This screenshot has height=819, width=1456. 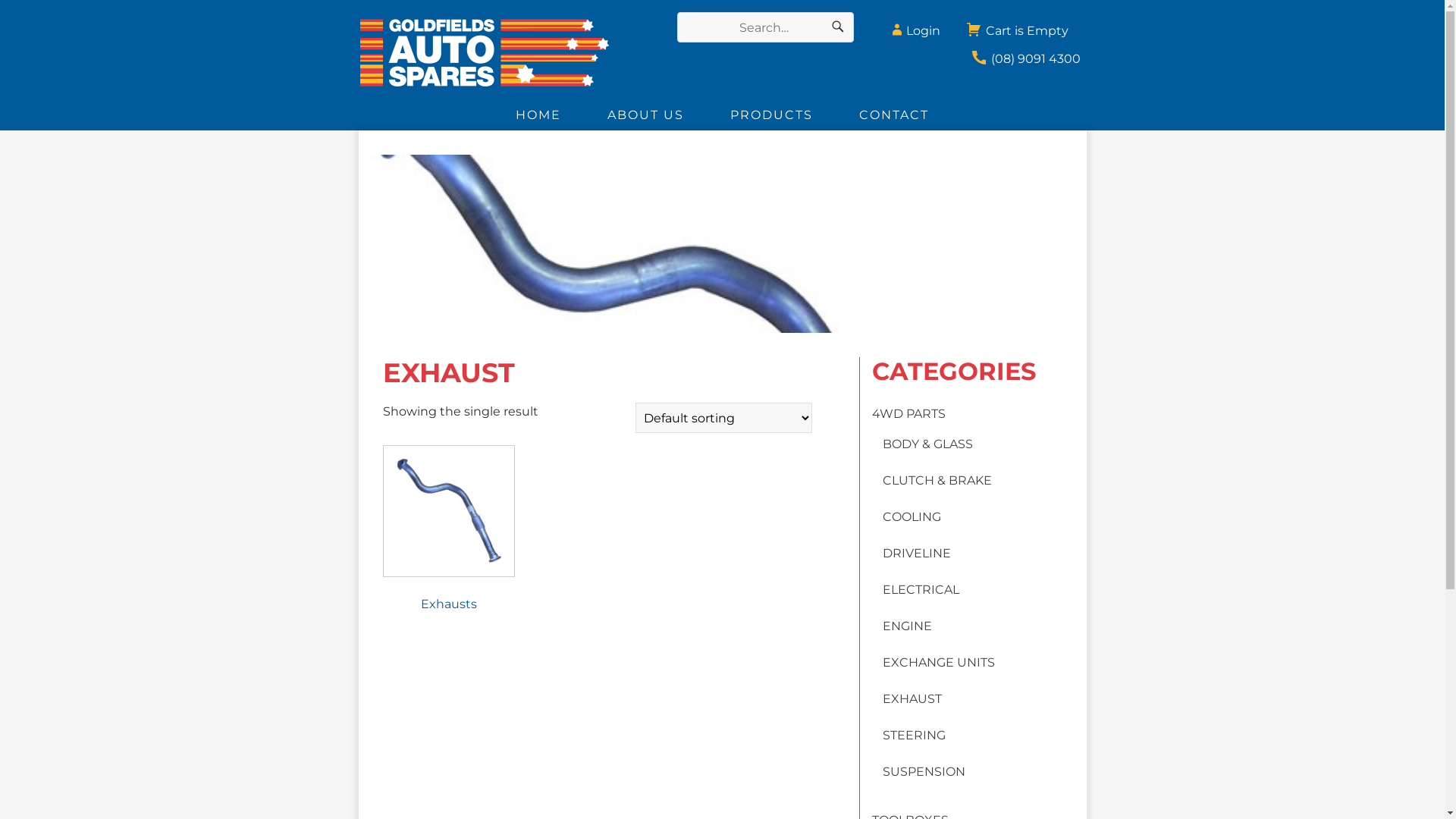 What do you see at coordinates (916, 553) in the screenshot?
I see `'DRIVELINE'` at bounding box center [916, 553].